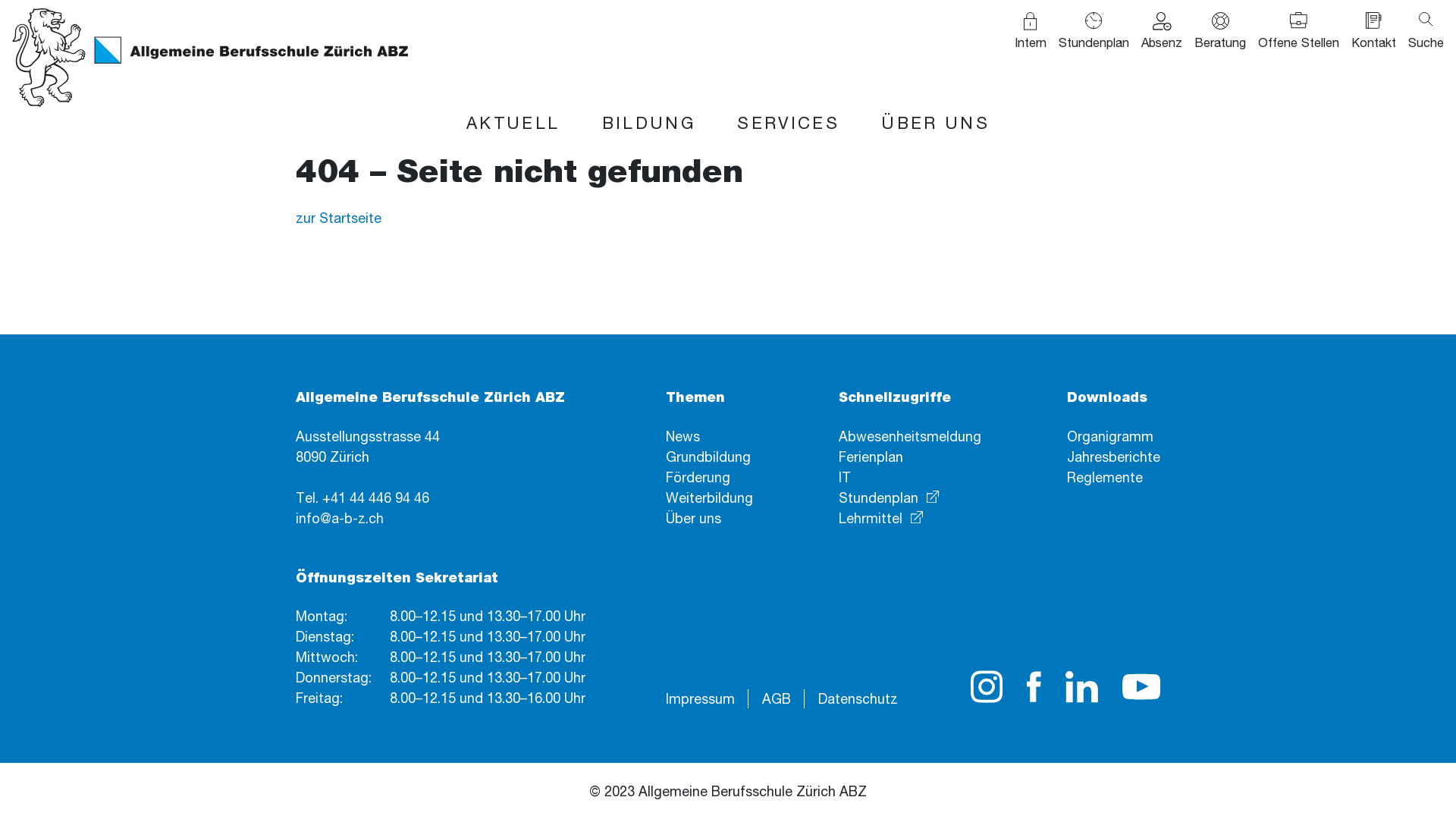 The width and height of the screenshot is (1456, 819). Describe the element at coordinates (1298, 32) in the screenshot. I see `'Offene Stellen'` at that location.